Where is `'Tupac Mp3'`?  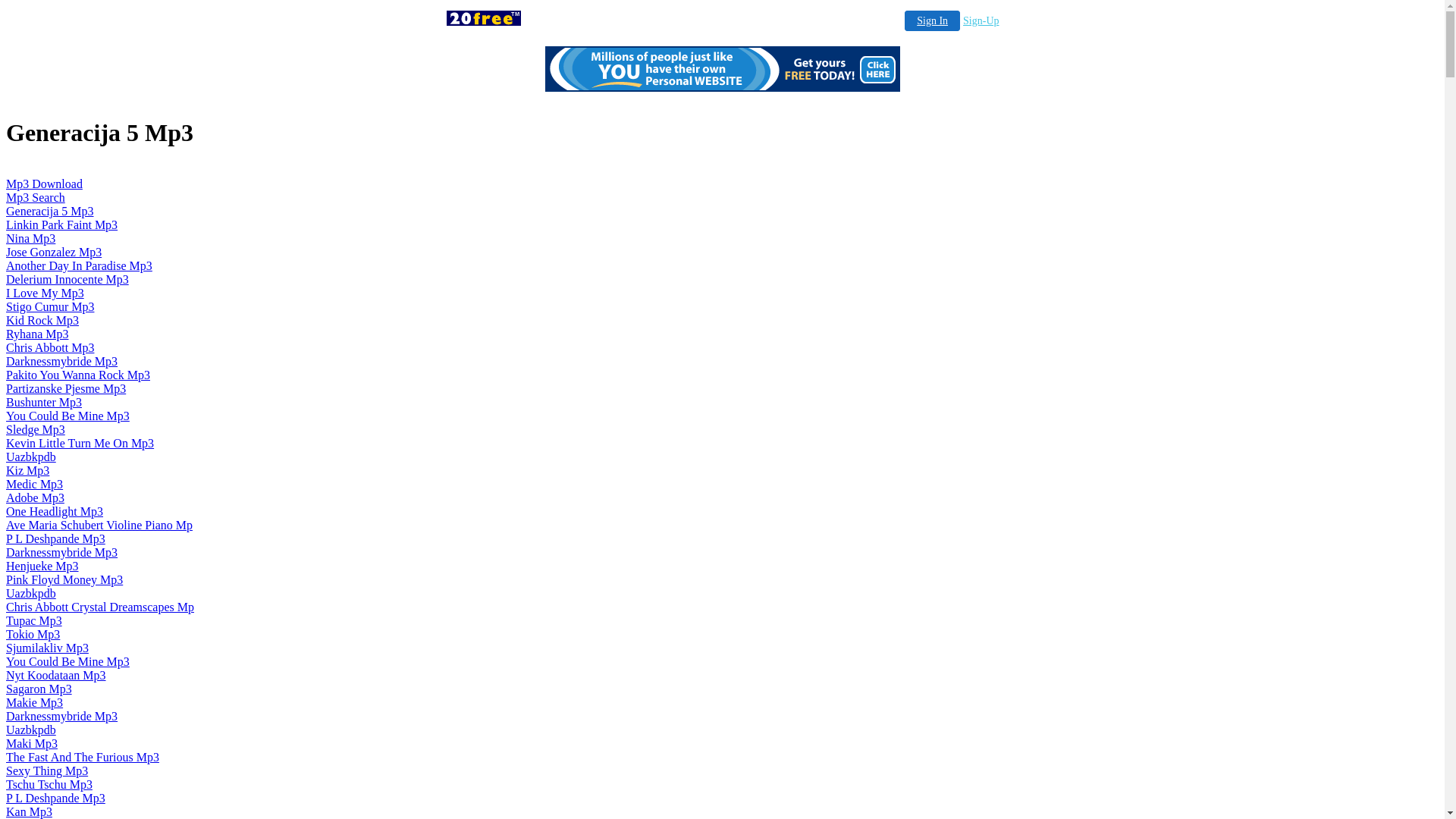
'Tupac Mp3' is located at coordinates (33, 620).